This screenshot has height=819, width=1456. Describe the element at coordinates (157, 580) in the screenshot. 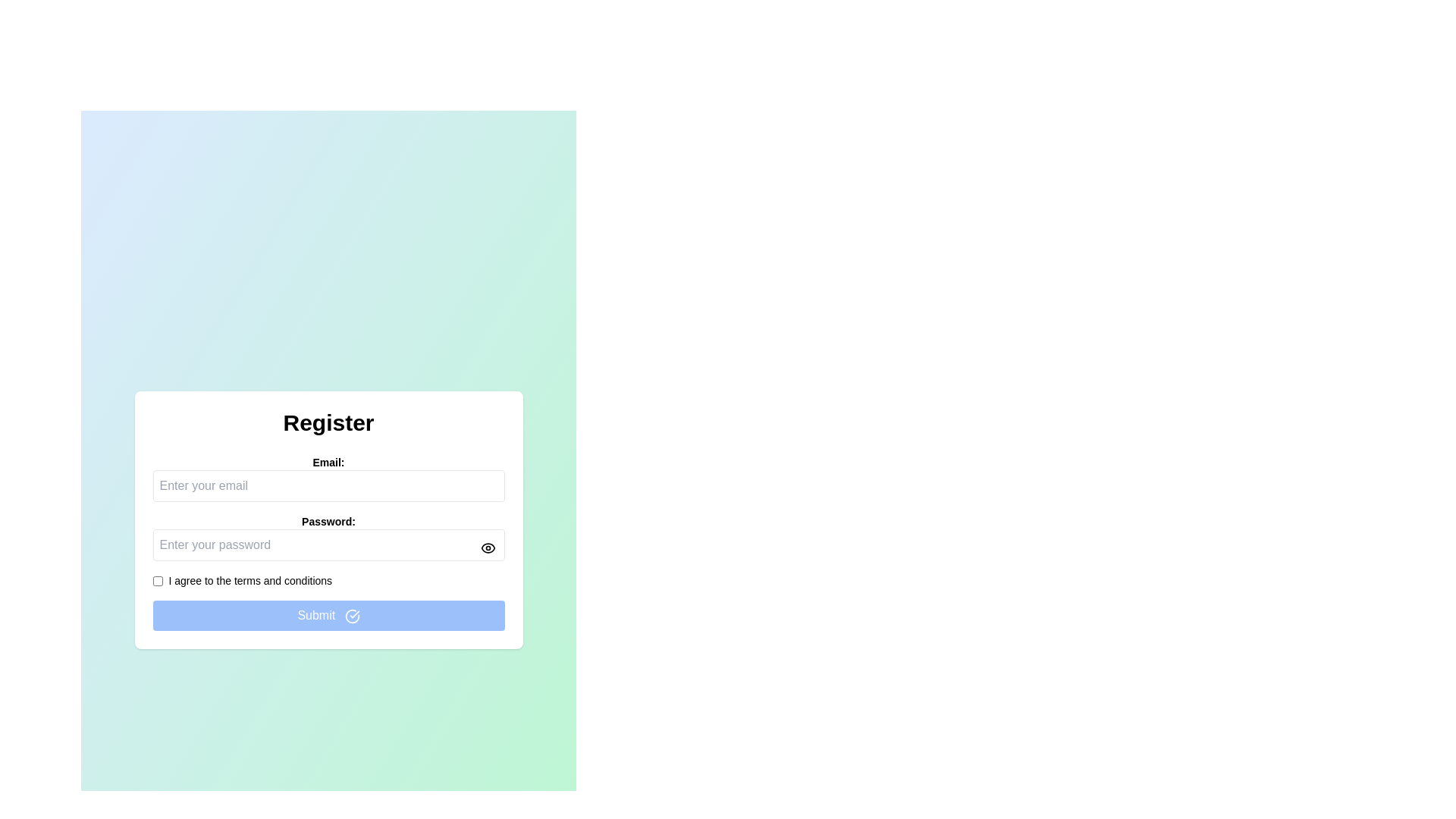

I see `the checkbox to uncheck it, which is positioned to the left of the text 'I agree to the terms and conditions'` at that location.